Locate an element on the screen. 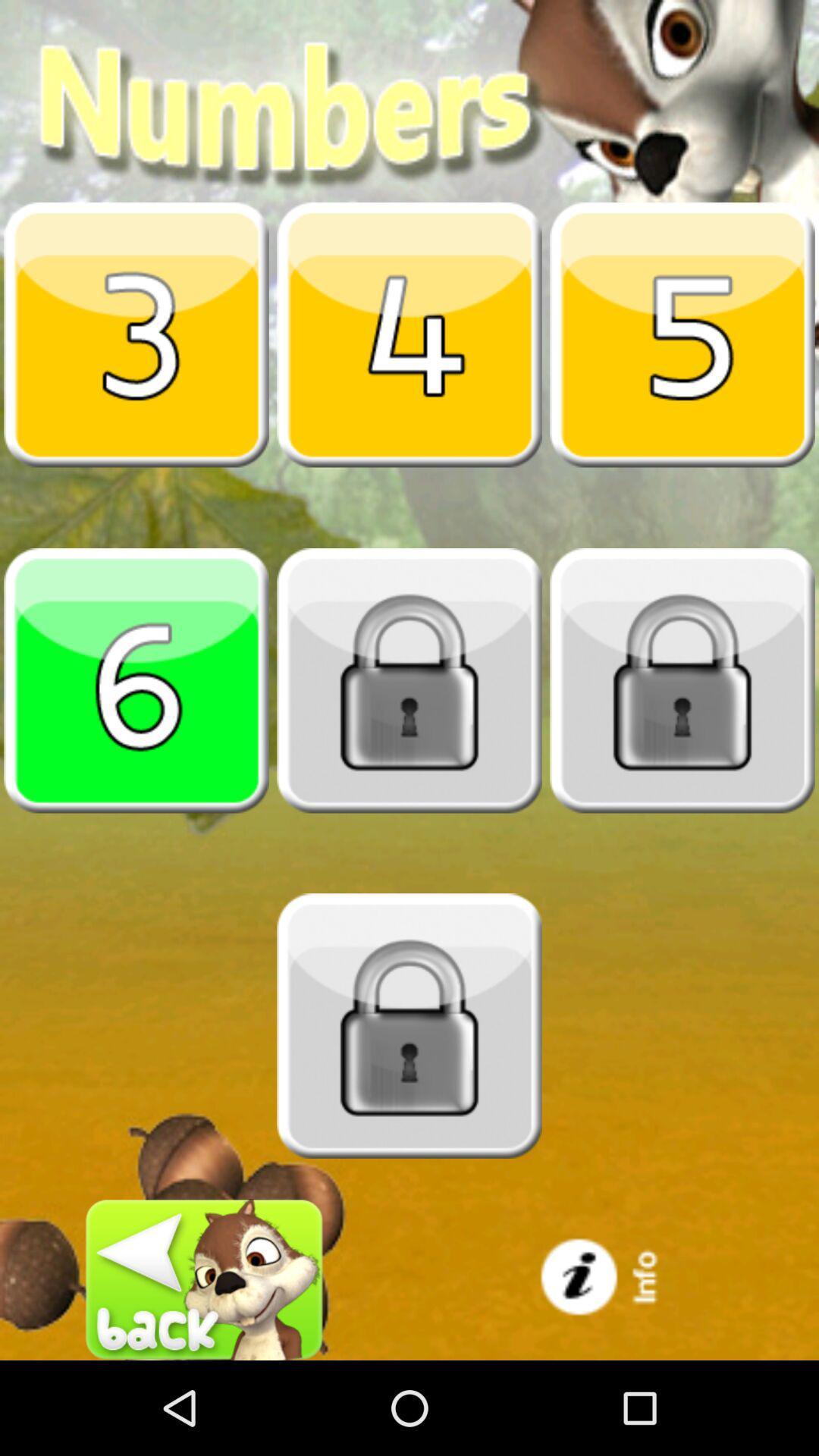  number four is located at coordinates (409, 334).